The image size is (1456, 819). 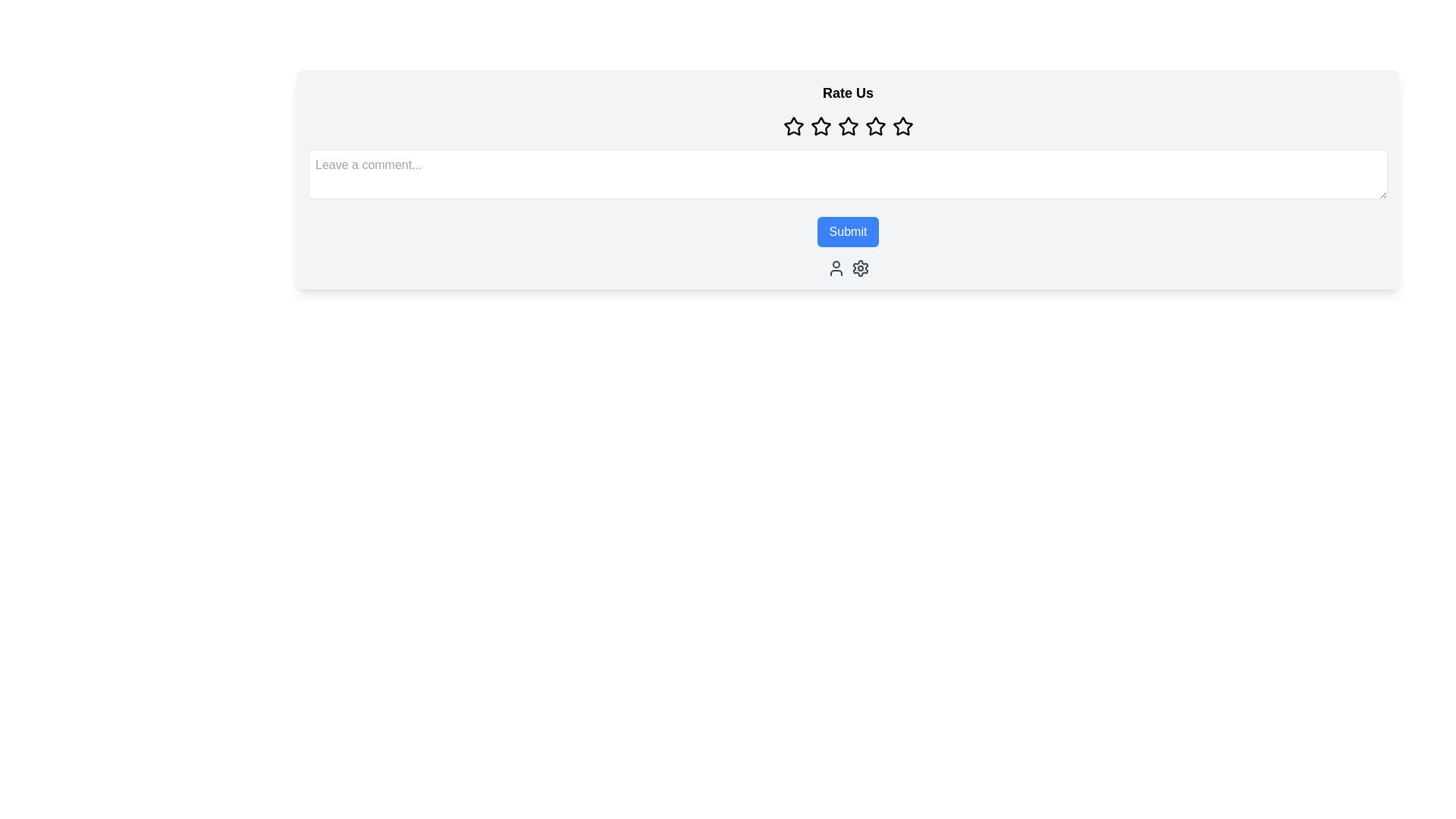 What do you see at coordinates (835, 268) in the screenshot?
I see `the user icon button, which is the first icon in a row of two icons, to trigger a tooltip or highlight` at bounding box center [835, 268].